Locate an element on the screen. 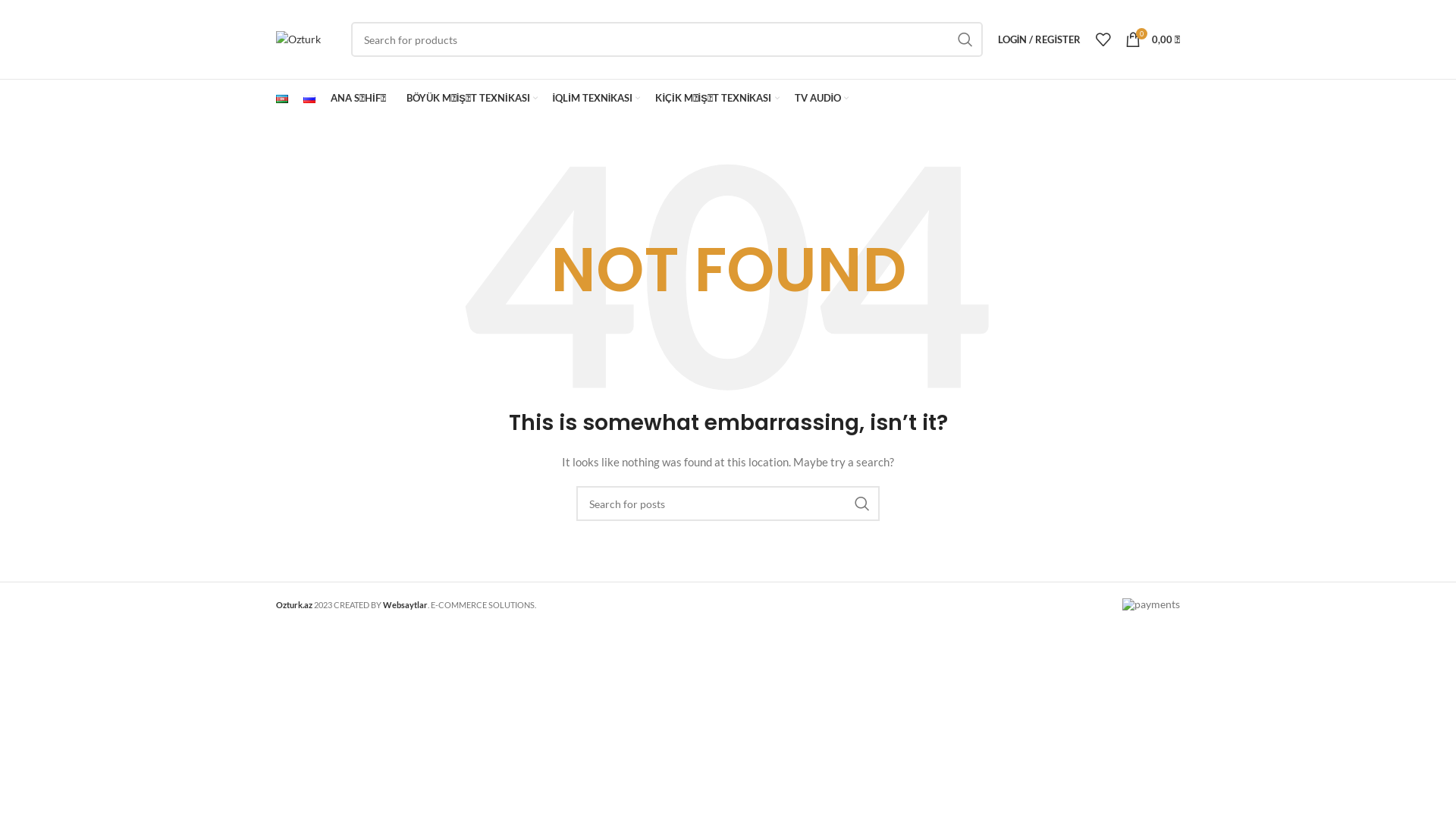 The width and height of the screenshot is (1456, 819). 'My Wishlist' is located at coordinates (1103, 38).